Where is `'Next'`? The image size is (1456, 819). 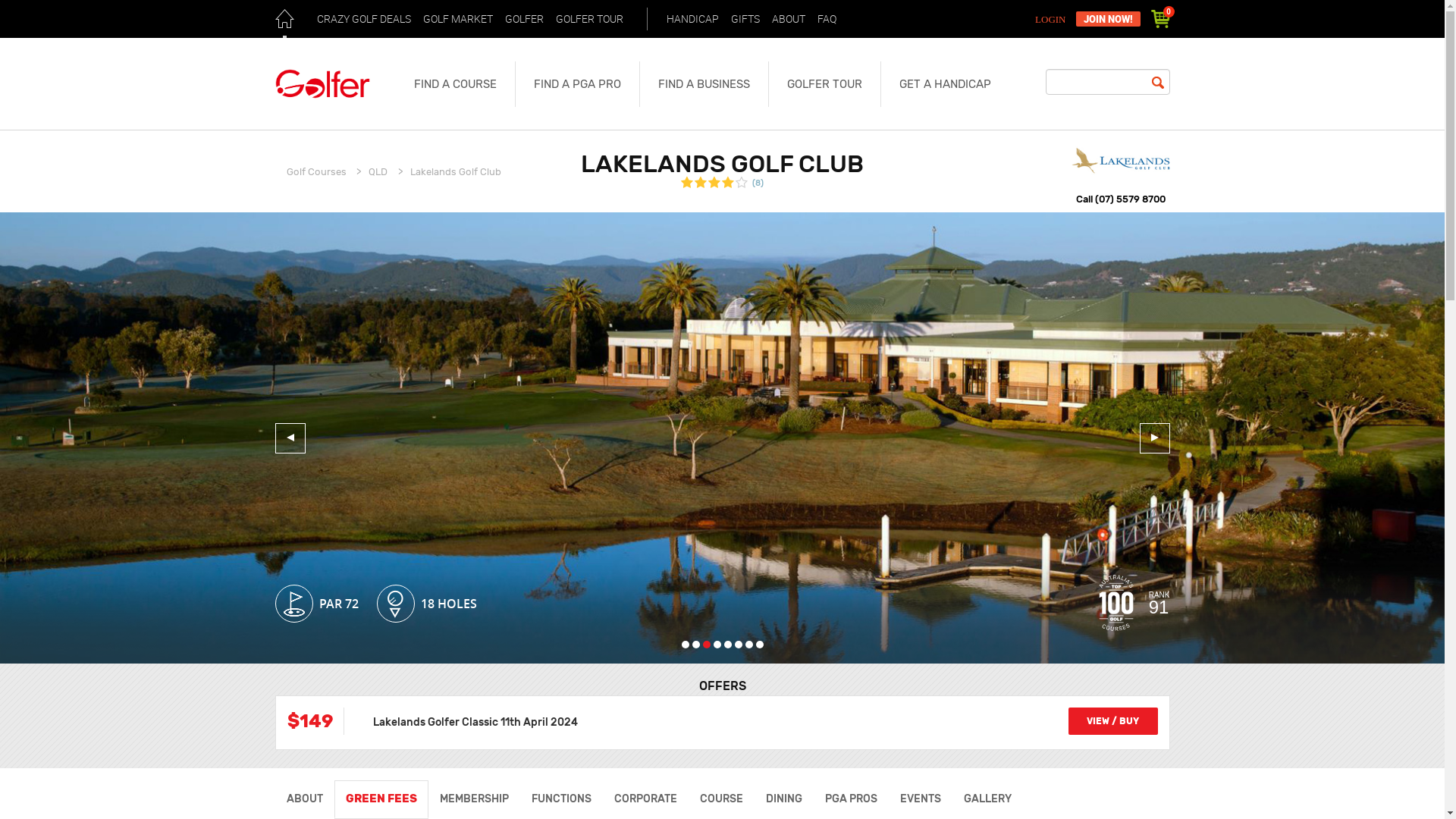 'Next' is located at coordinates (1153, 438).